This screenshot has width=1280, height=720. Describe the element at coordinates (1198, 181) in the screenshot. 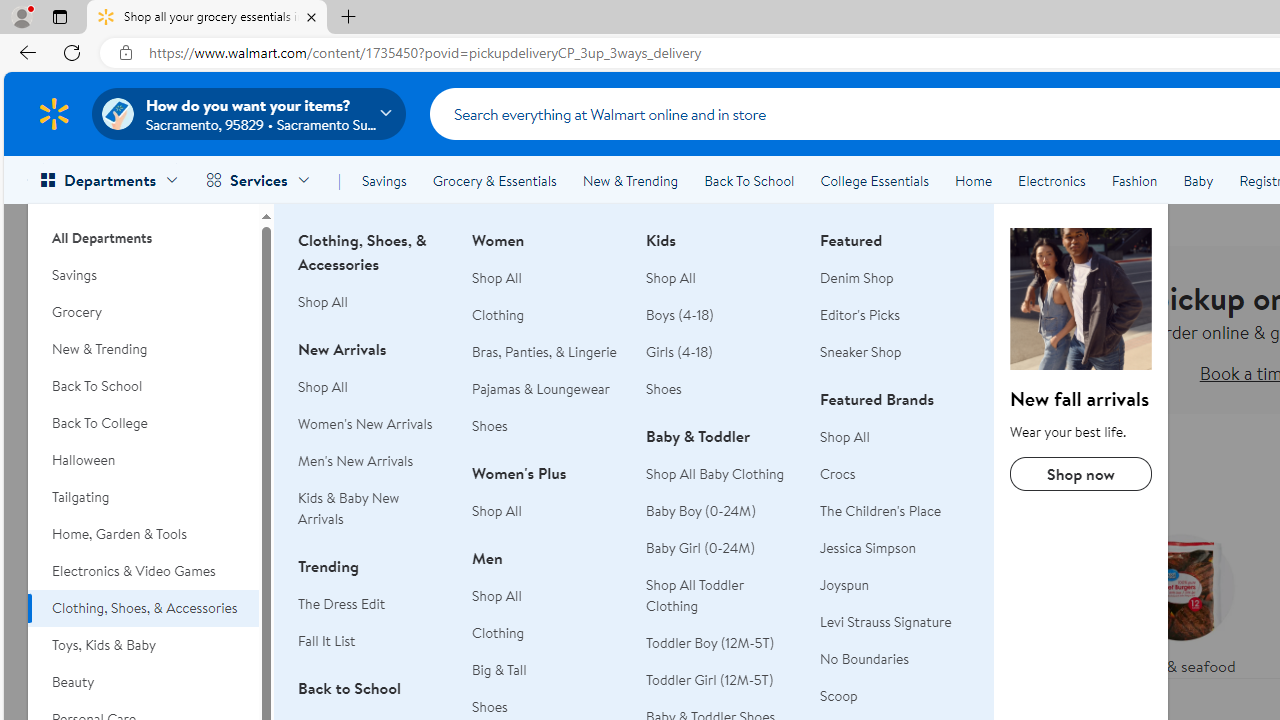

I see `'Baby'` at that location.